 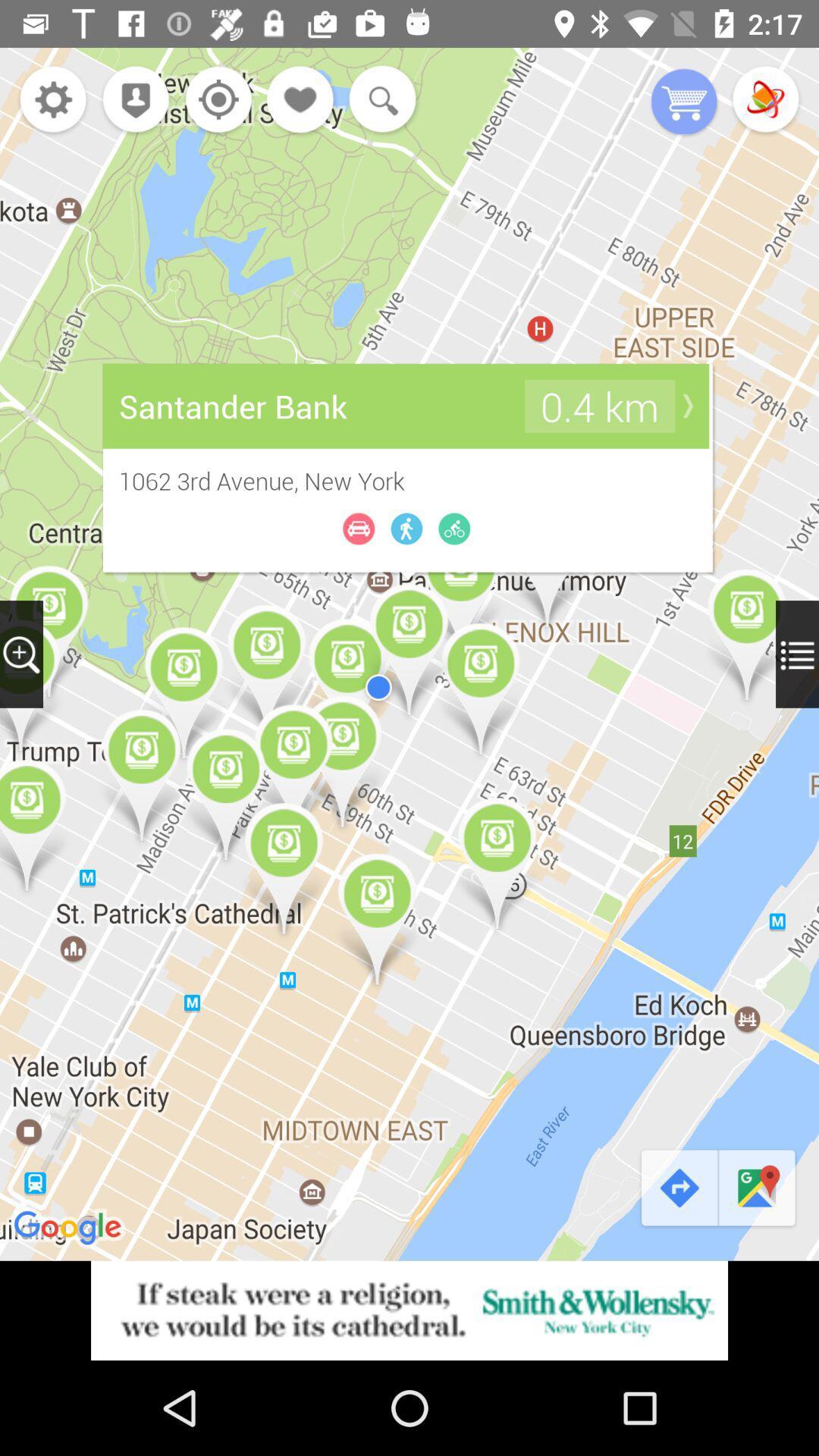 What do you see at coordinates (301, 100) in the screenshot?
I see `choose favourite symbol` at bounding box center [301, 100].